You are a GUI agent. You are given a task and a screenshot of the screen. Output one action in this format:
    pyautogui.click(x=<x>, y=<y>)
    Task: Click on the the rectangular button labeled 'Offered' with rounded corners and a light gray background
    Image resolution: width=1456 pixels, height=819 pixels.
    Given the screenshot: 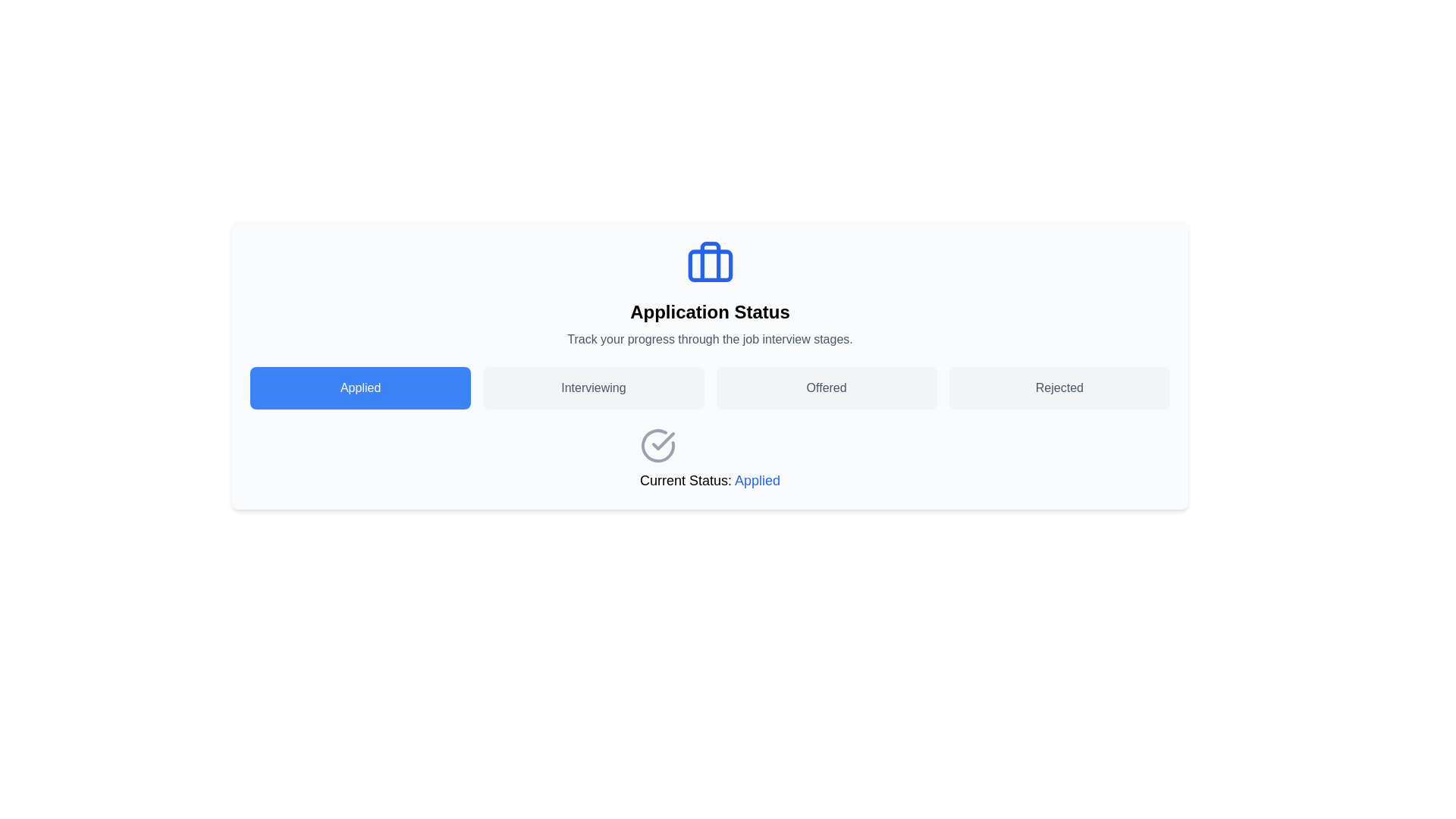 What is the action you would take?
    pyautogui.click(x=826, y=388)
    